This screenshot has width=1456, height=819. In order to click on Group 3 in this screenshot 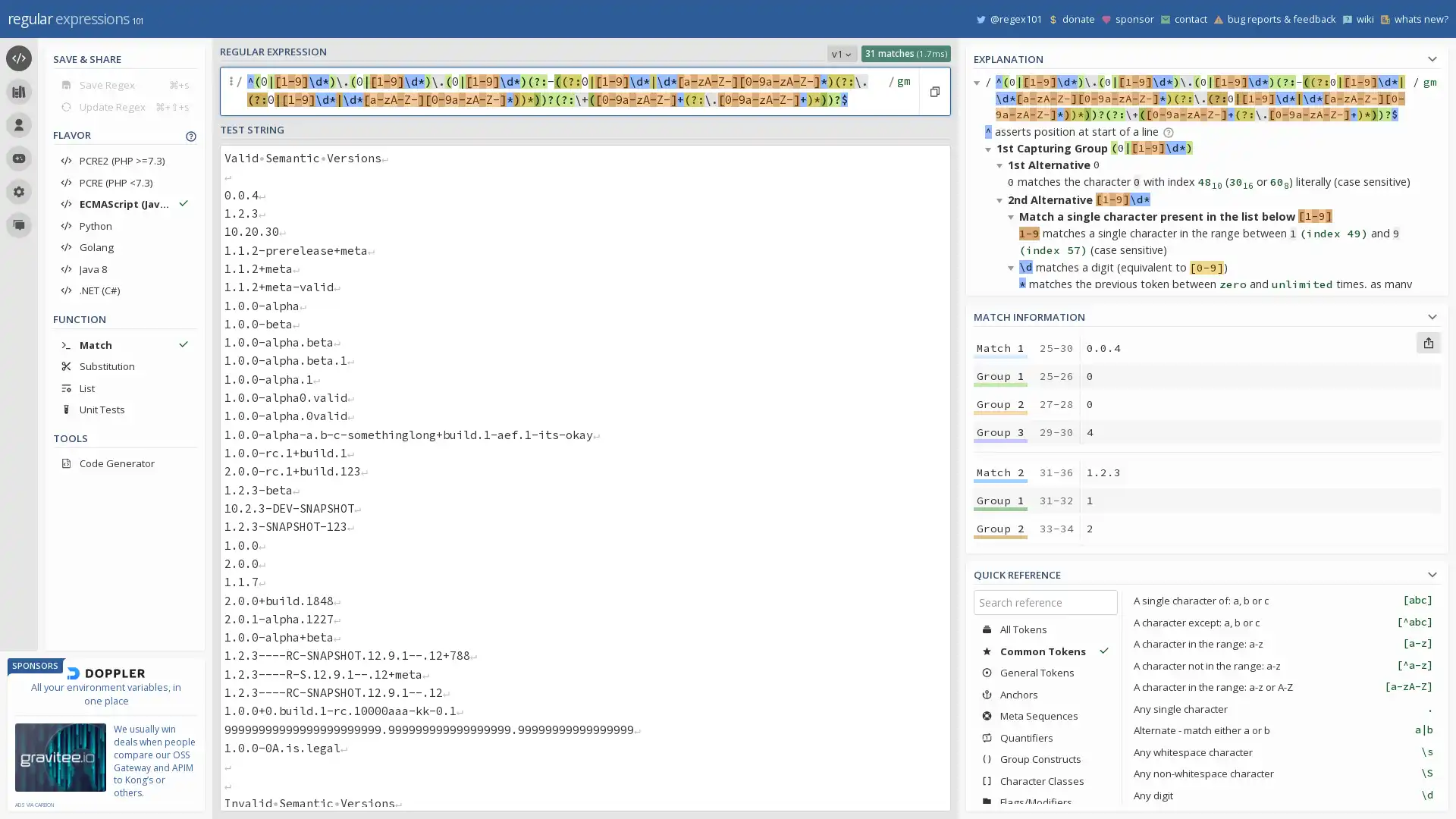, I will do `click(1000, 680)`.